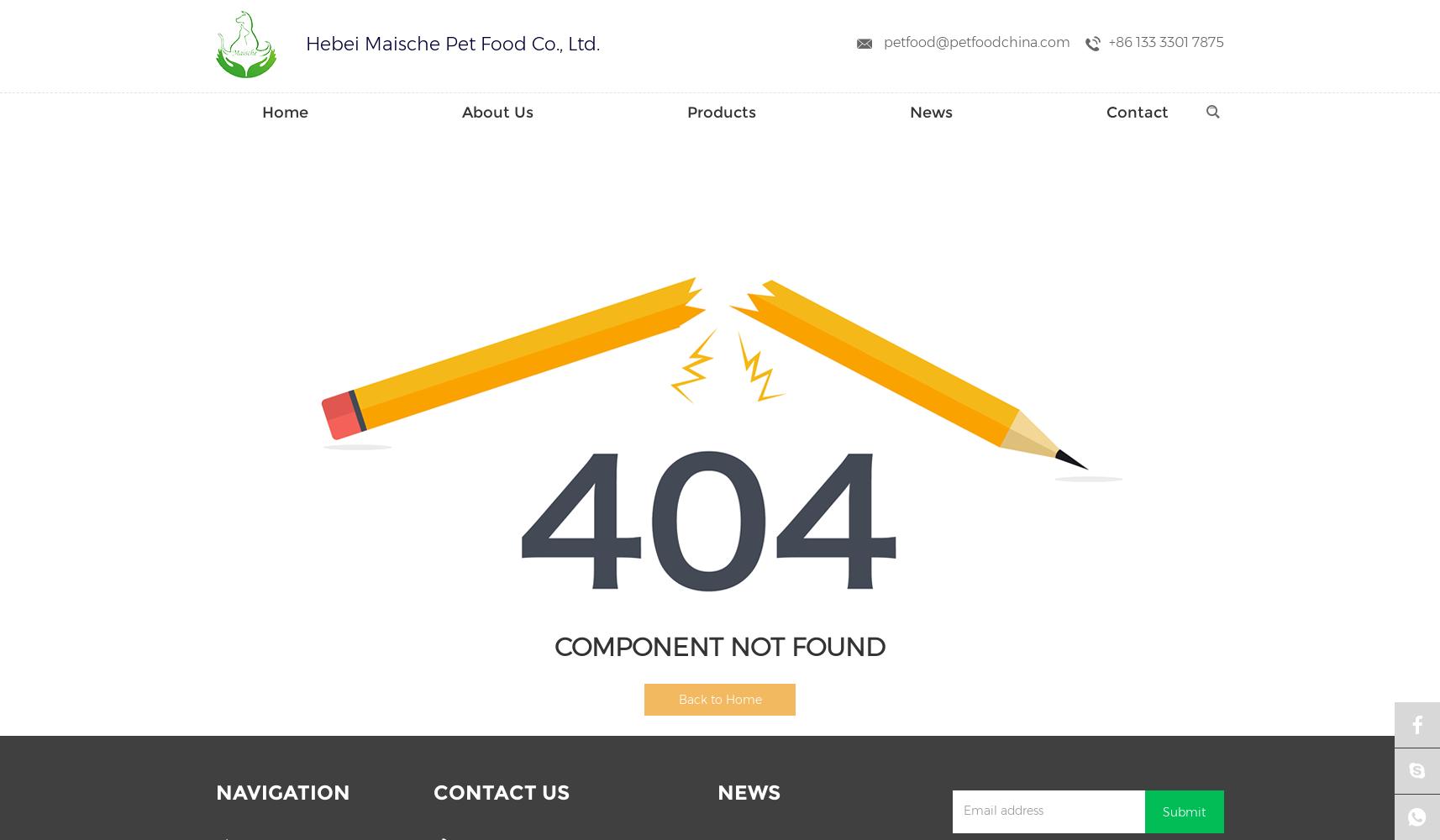 The height and width of the screenshot is (840, 1440). I want to click on 'Contact', so click(1138, 113).